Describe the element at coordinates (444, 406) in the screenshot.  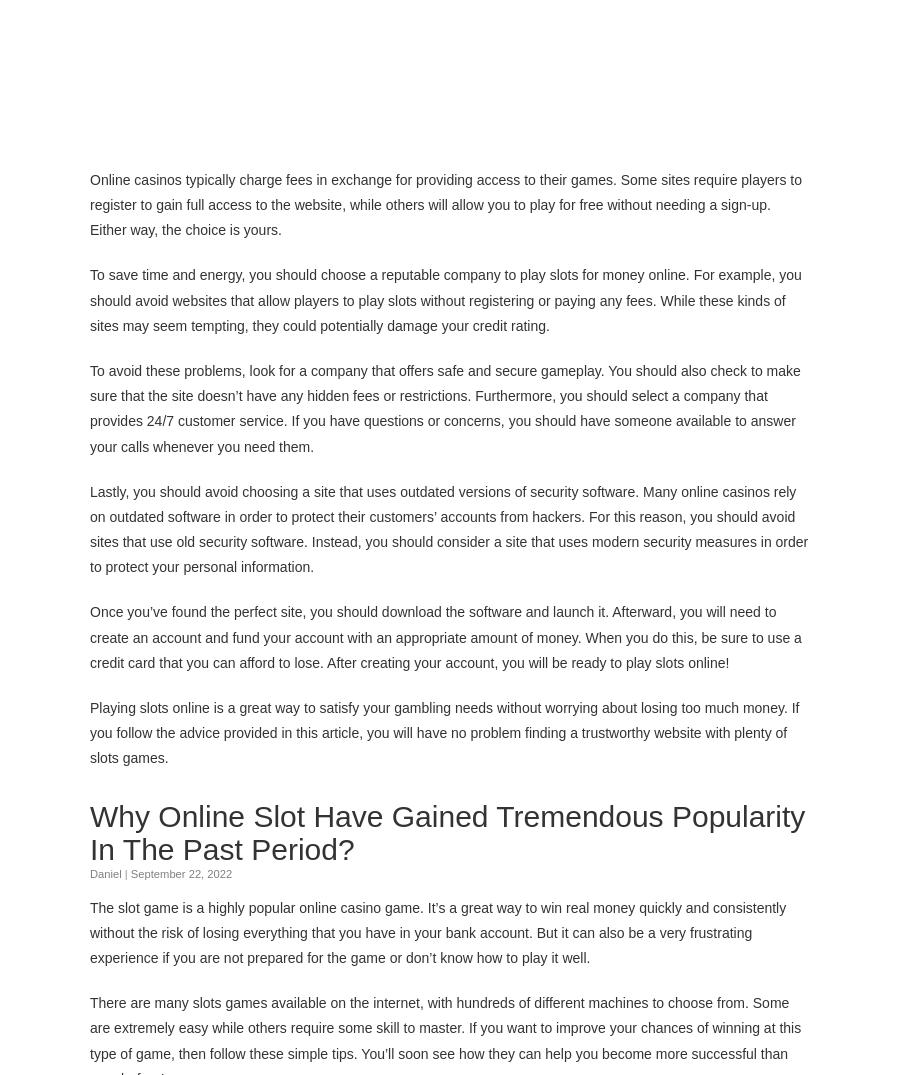
I see `'To avoid these problems, look for a company that offers safe and secure gameplay. You should also check to make sure that the site doesn’t have any hidden fees or restrictions. Furthermore, you should select a company that provides 24/7 customer service. If you have questions or concerns, you should have someone available to answer your calls whenever you need them.'` at that location.